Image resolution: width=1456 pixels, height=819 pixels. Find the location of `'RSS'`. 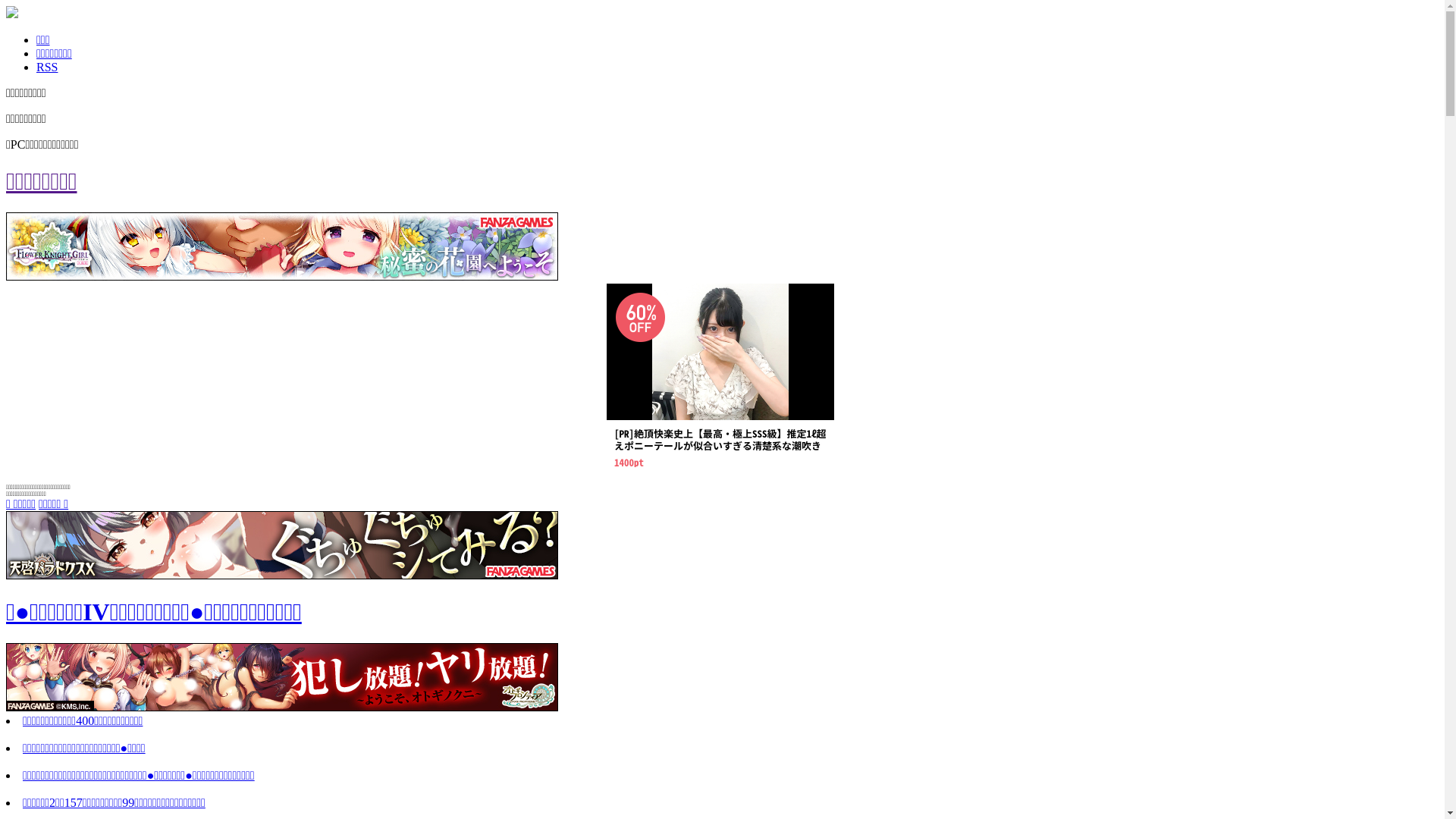

'RSS' is located at coordinates (47, 66).